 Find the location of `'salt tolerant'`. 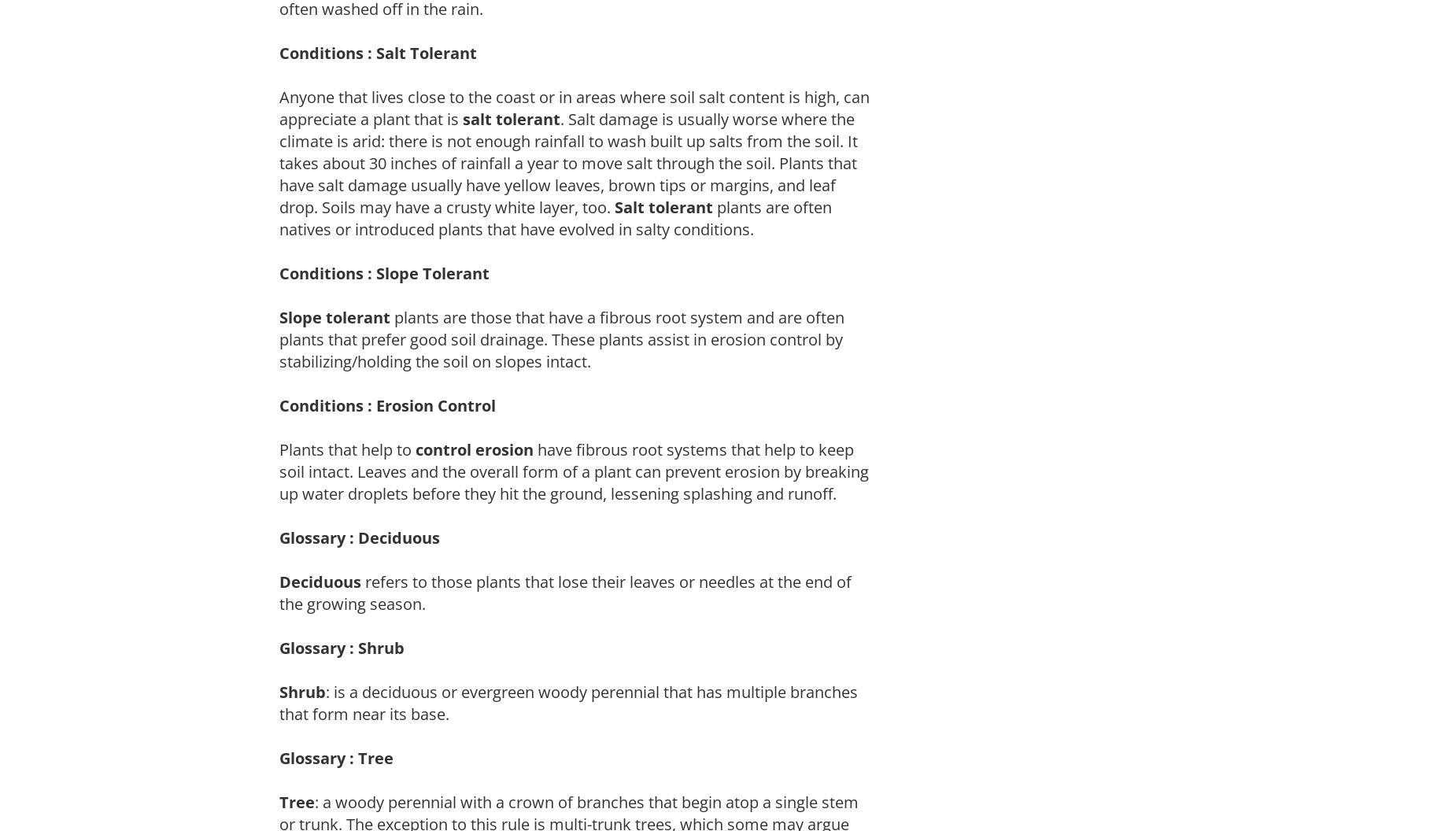

'salt tolerant' is located at coordinates (512, 118).